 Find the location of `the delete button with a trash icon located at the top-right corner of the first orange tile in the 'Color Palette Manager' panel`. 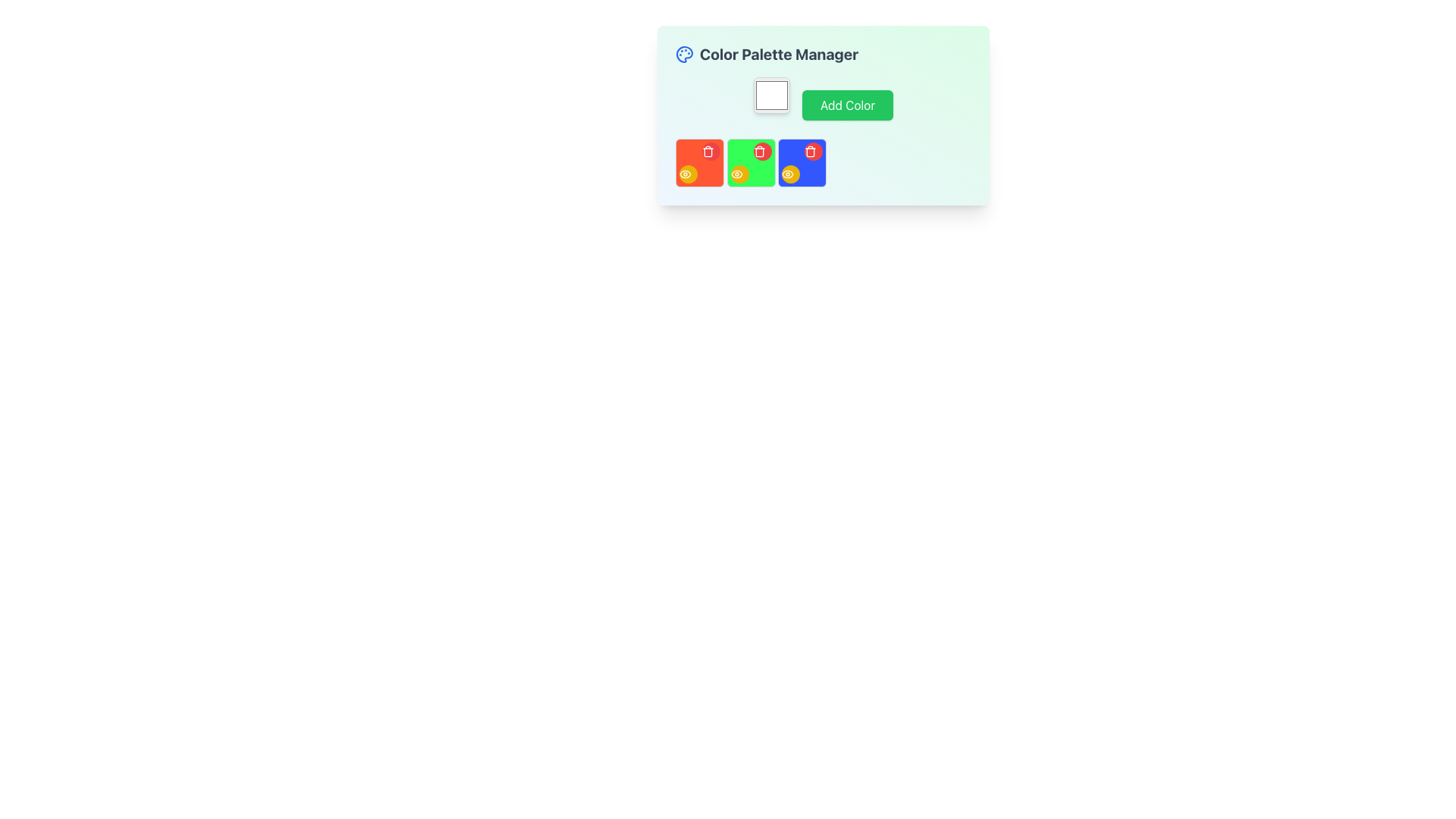

the delete button with a trash icon located at the top-right corner of the first orange tile in the 'Color Palette Manager' panel is located at coordinates (710, 152).